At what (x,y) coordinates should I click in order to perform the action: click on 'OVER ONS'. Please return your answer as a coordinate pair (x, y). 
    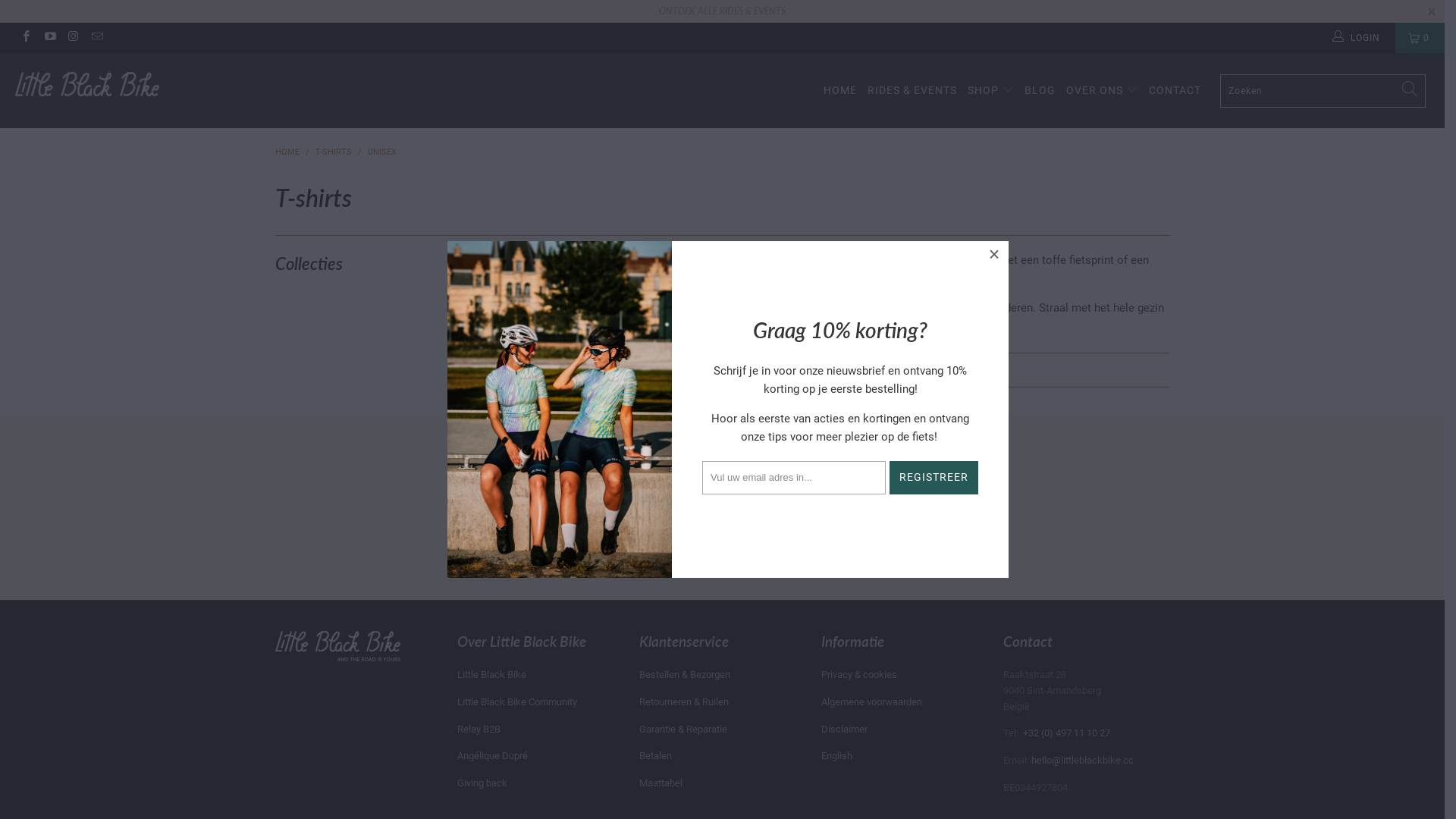
    Looking at the image, I should click on (1065, 90).